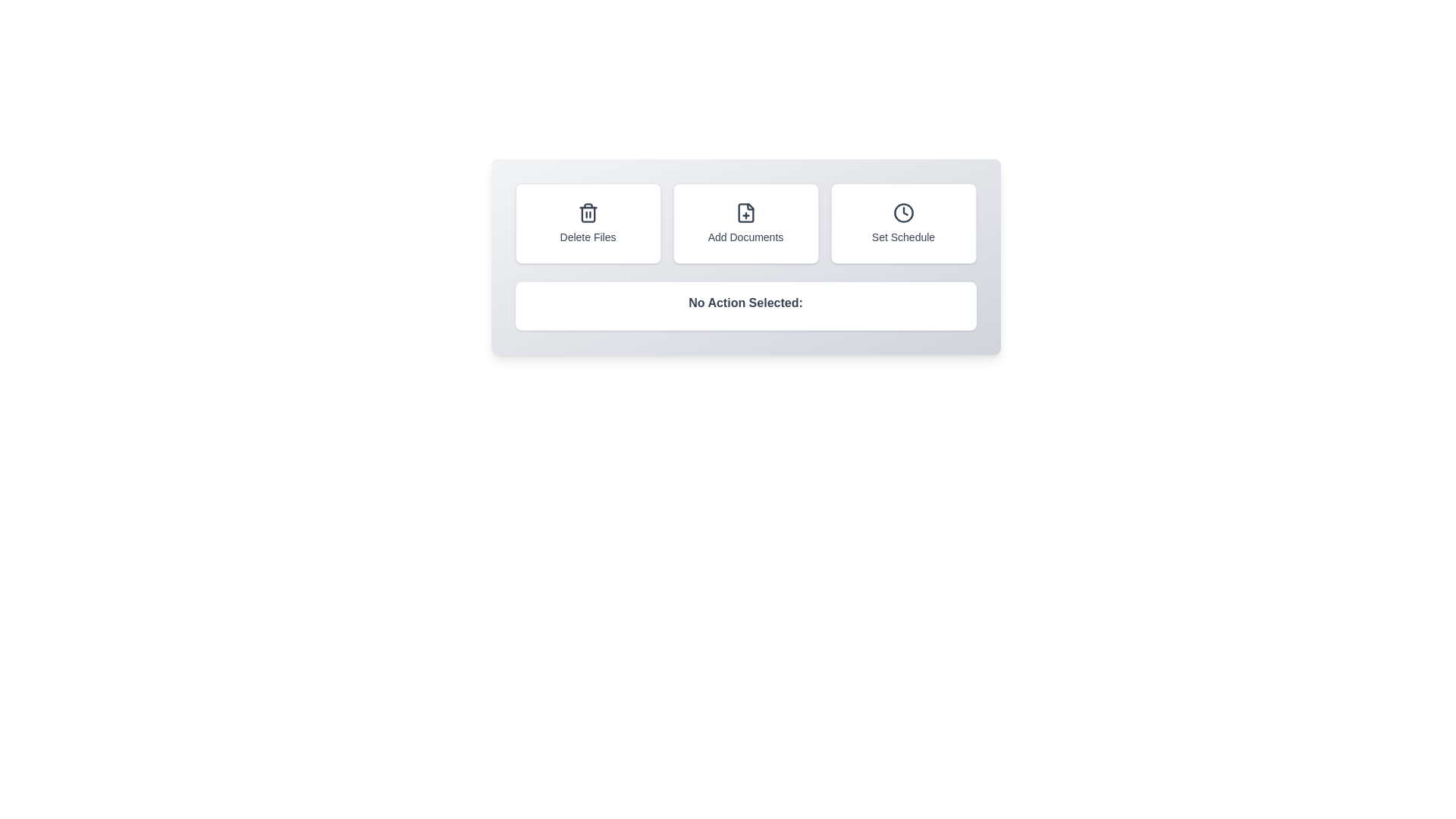  What do you see at coordinates (745, 213) in the screenshot?
I see `the icon representing the action of adding documents, which is located between the 'Delete Files' button and the 'Set Schedule' button` at bounding box center [745, 213].